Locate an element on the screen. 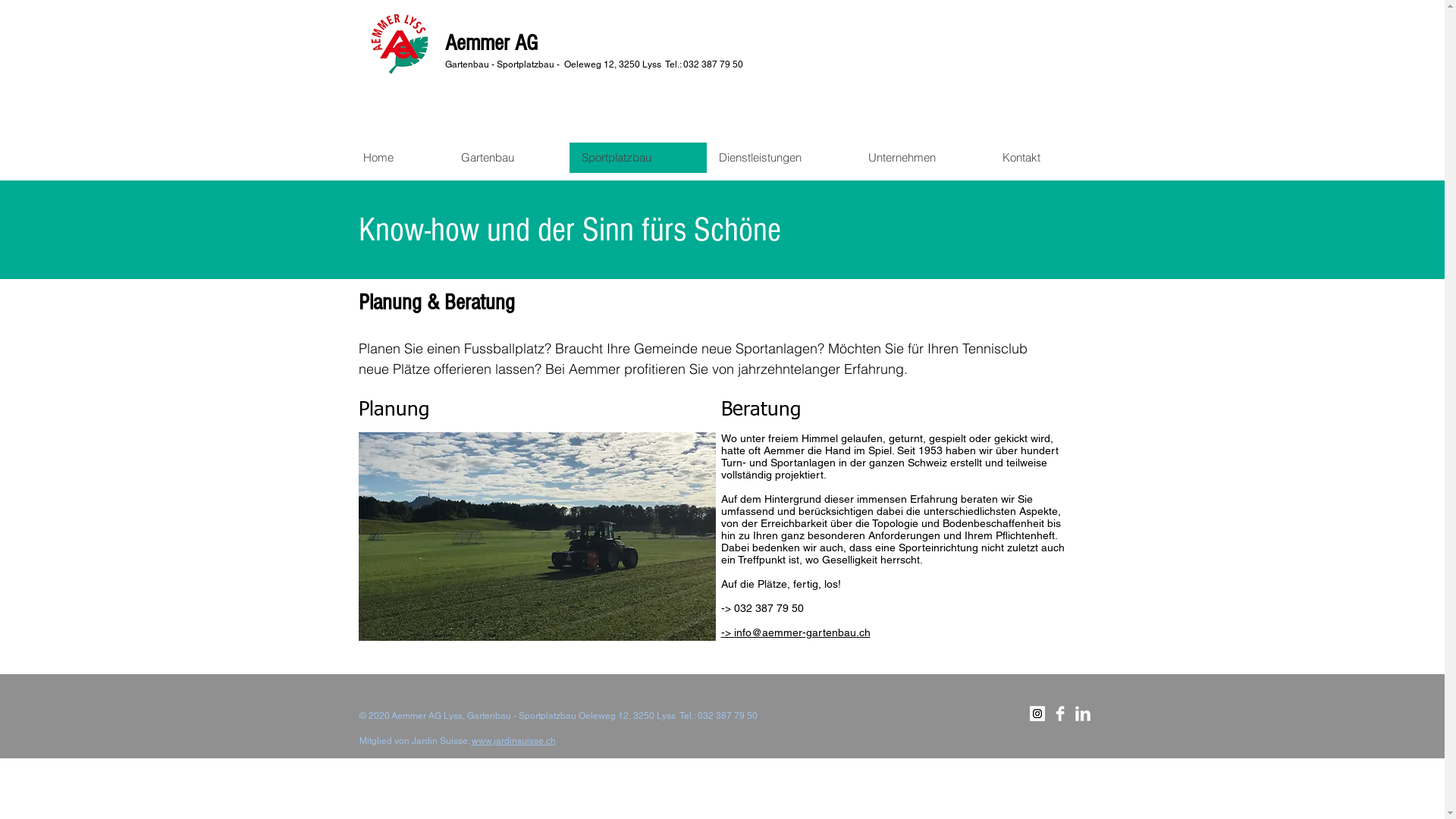  'Gartenbau' is located at coordinates (509, 158).